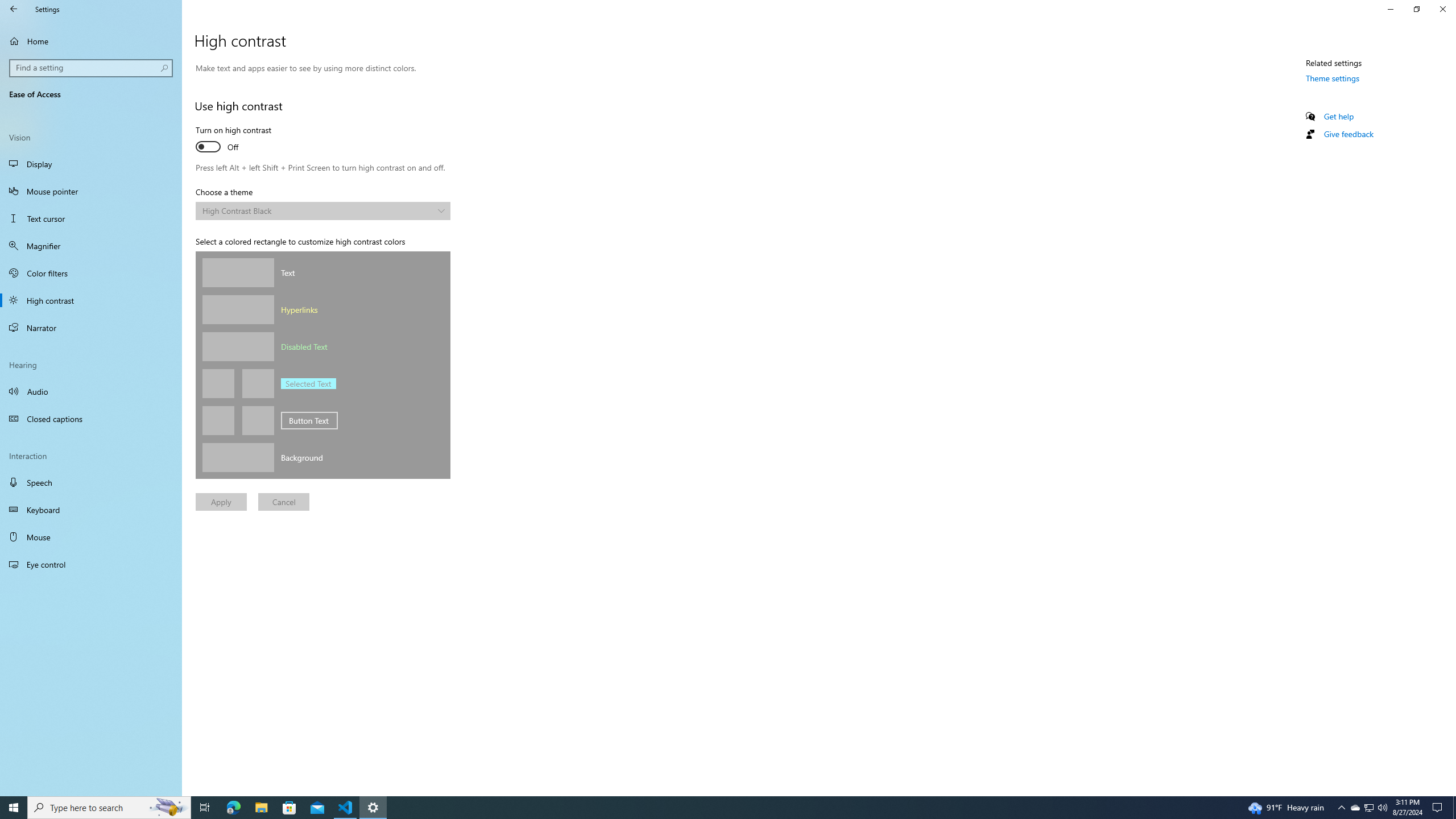 The width and height of the screenshot is (1456, 819). I want to click on 'Color filters', so click(90, 272).